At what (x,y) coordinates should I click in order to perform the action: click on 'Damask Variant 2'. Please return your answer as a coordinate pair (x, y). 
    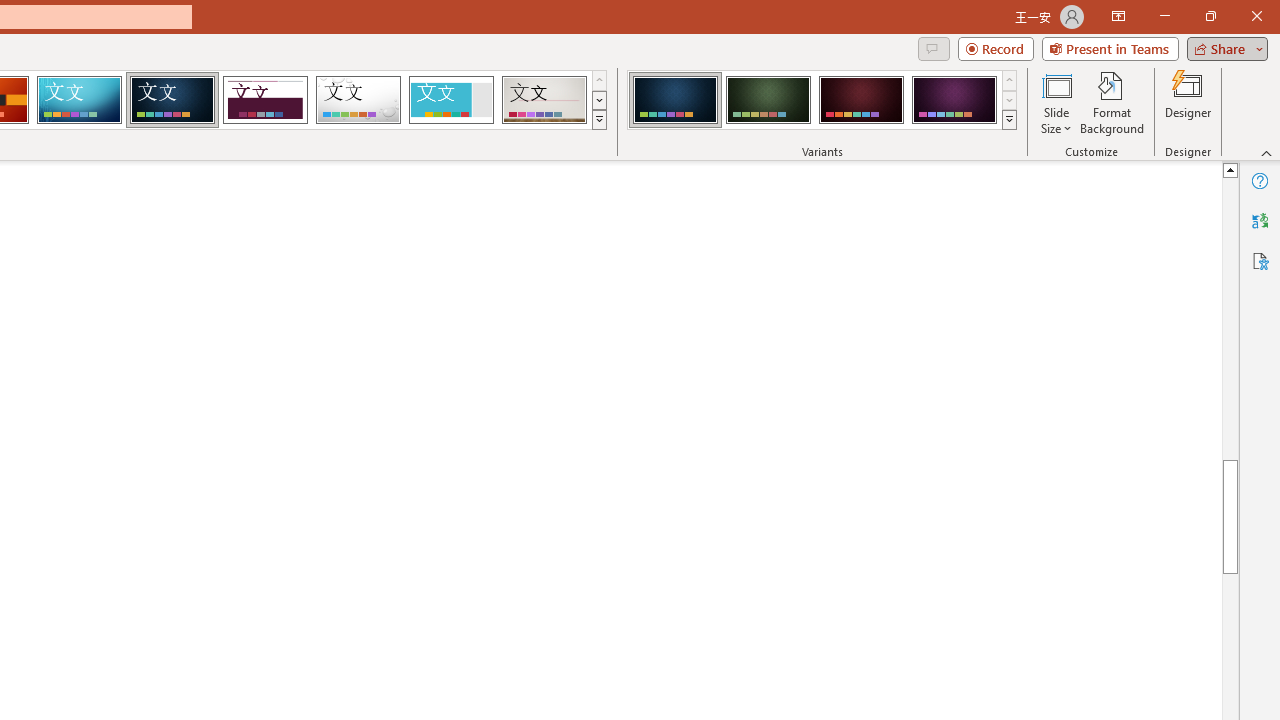
    Looking at the image, I should click on (767, 100).